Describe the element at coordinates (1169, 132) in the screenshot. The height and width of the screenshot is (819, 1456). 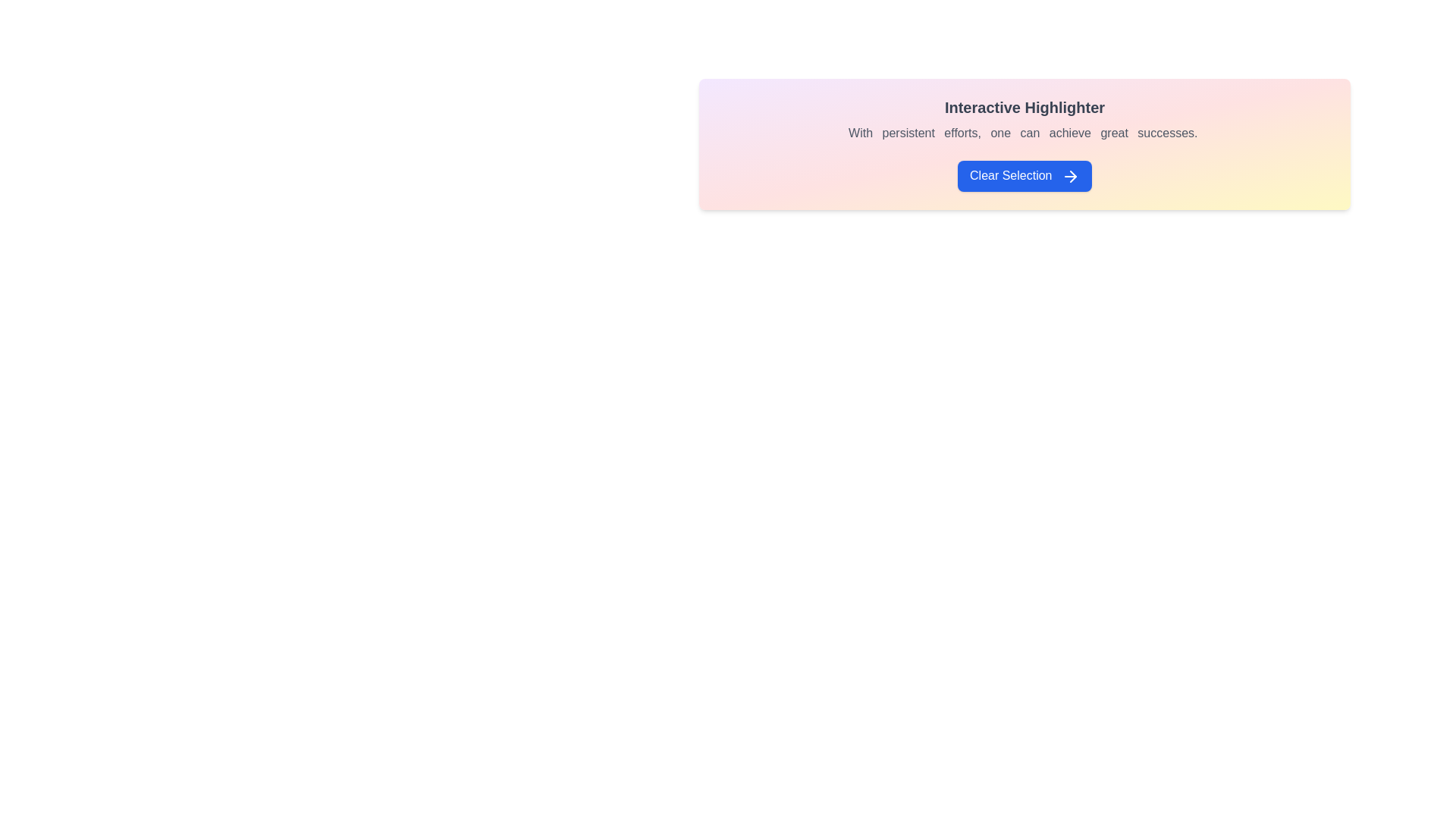
I see `the clickable text block displaying the word 'successes.'` at that location.